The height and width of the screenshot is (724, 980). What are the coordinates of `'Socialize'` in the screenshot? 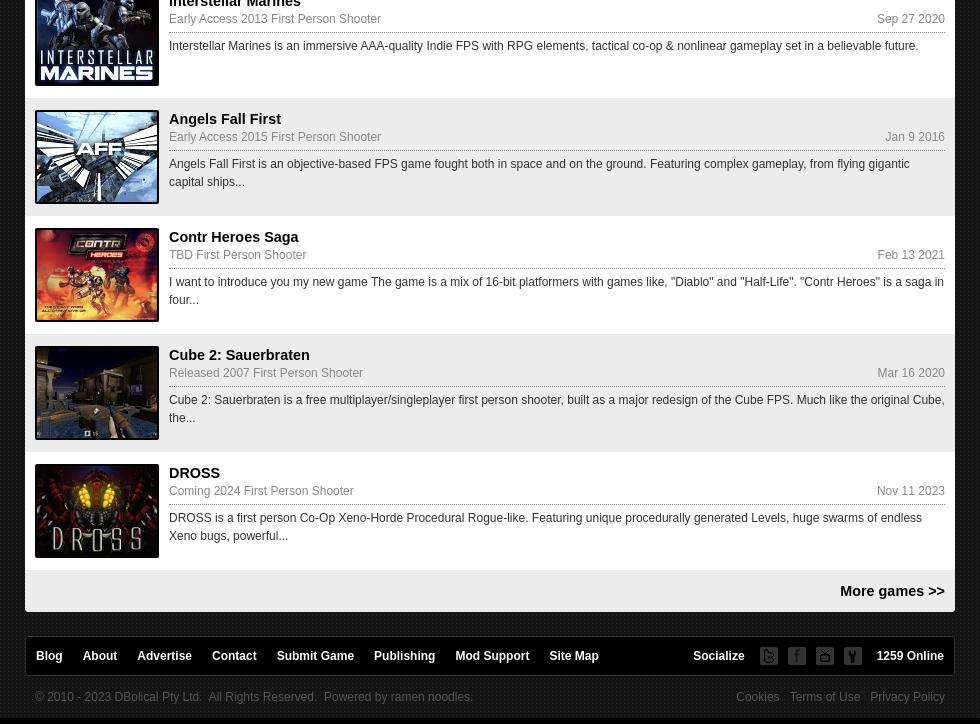 It's located at (718, 655).